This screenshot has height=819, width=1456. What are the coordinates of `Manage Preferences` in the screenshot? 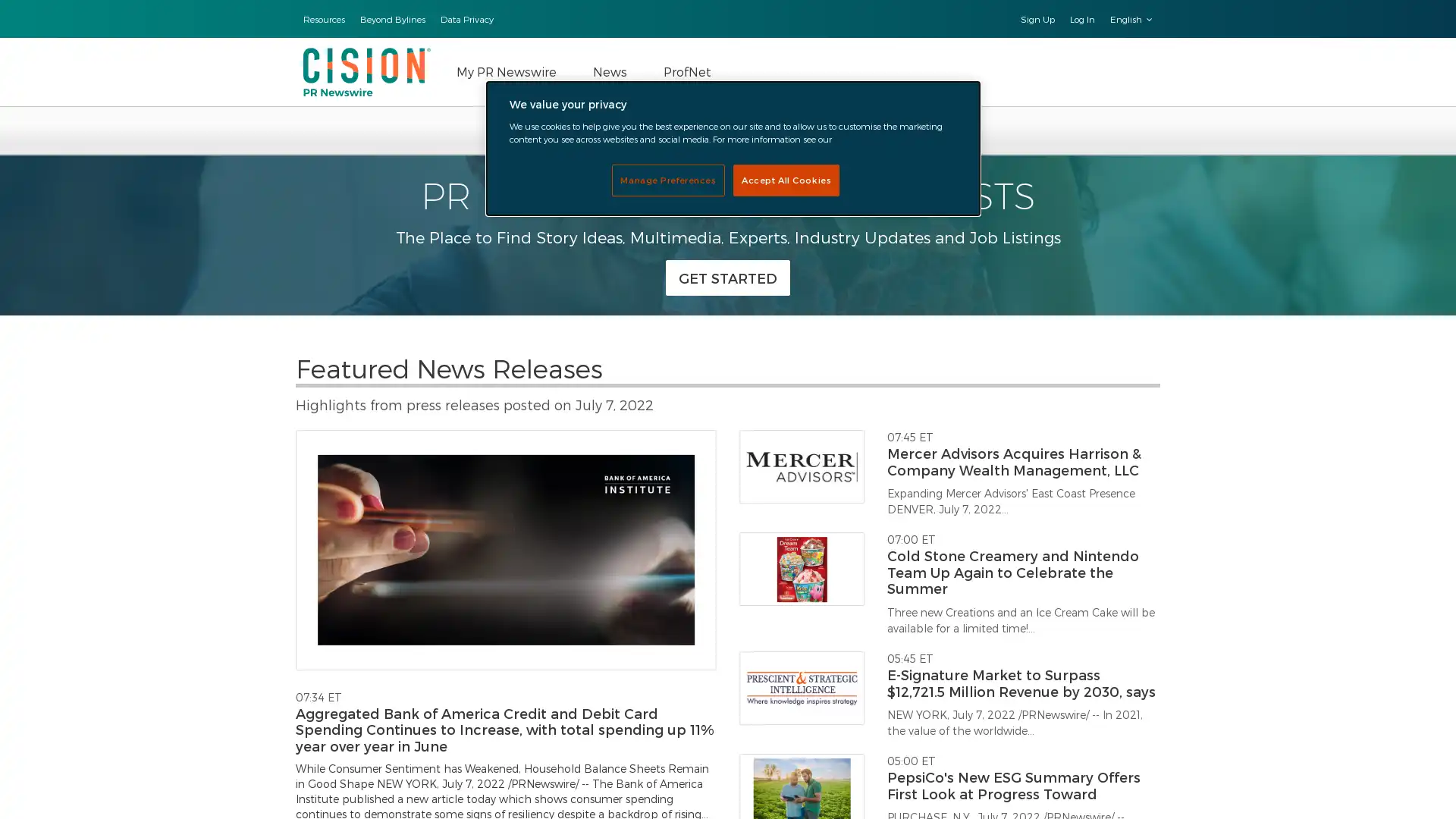 It's located at (667, 178).